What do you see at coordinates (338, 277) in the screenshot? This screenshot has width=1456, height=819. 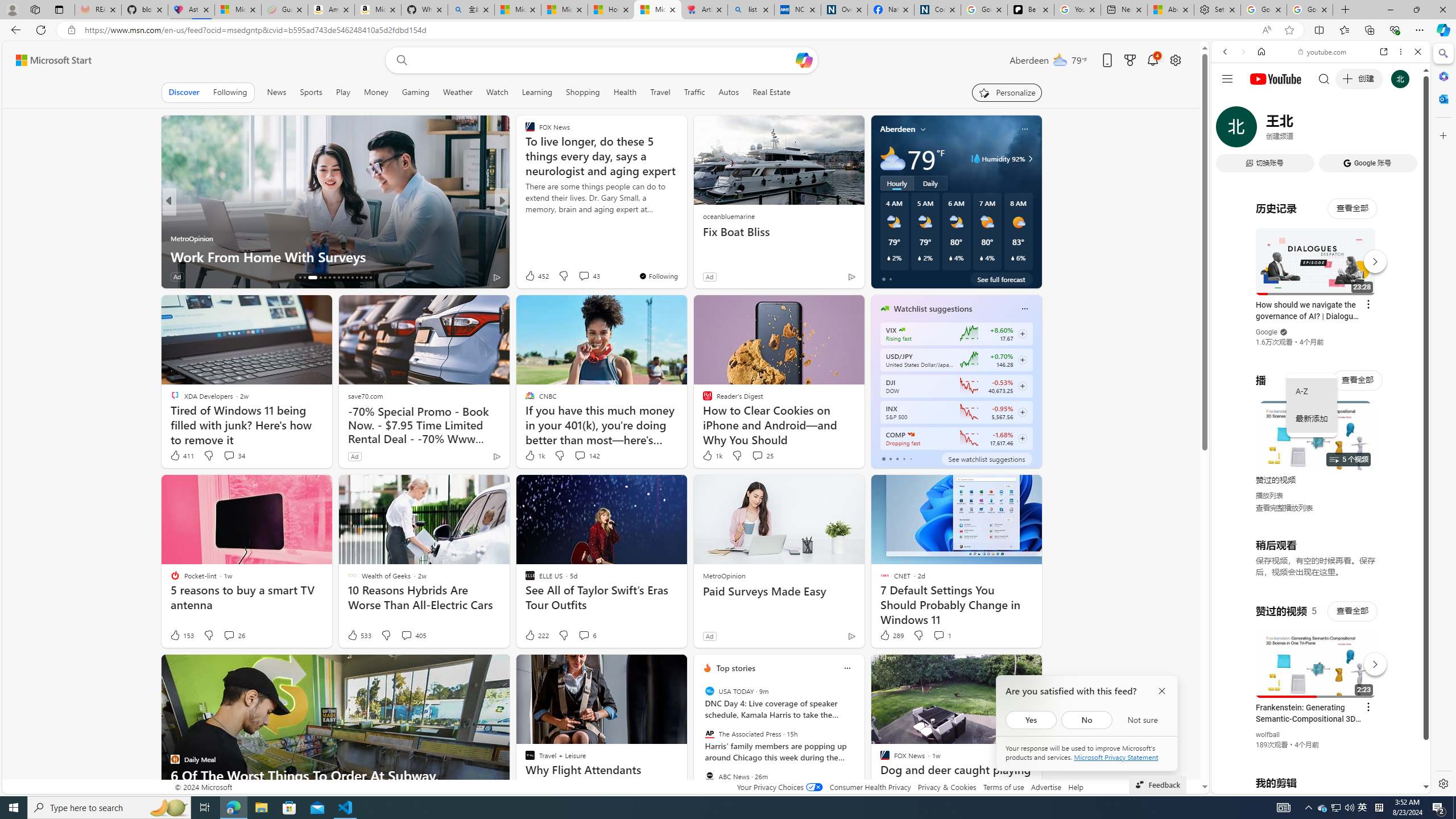 I see `'AutomationID: tab-23'` at bounding box center [338, 277].